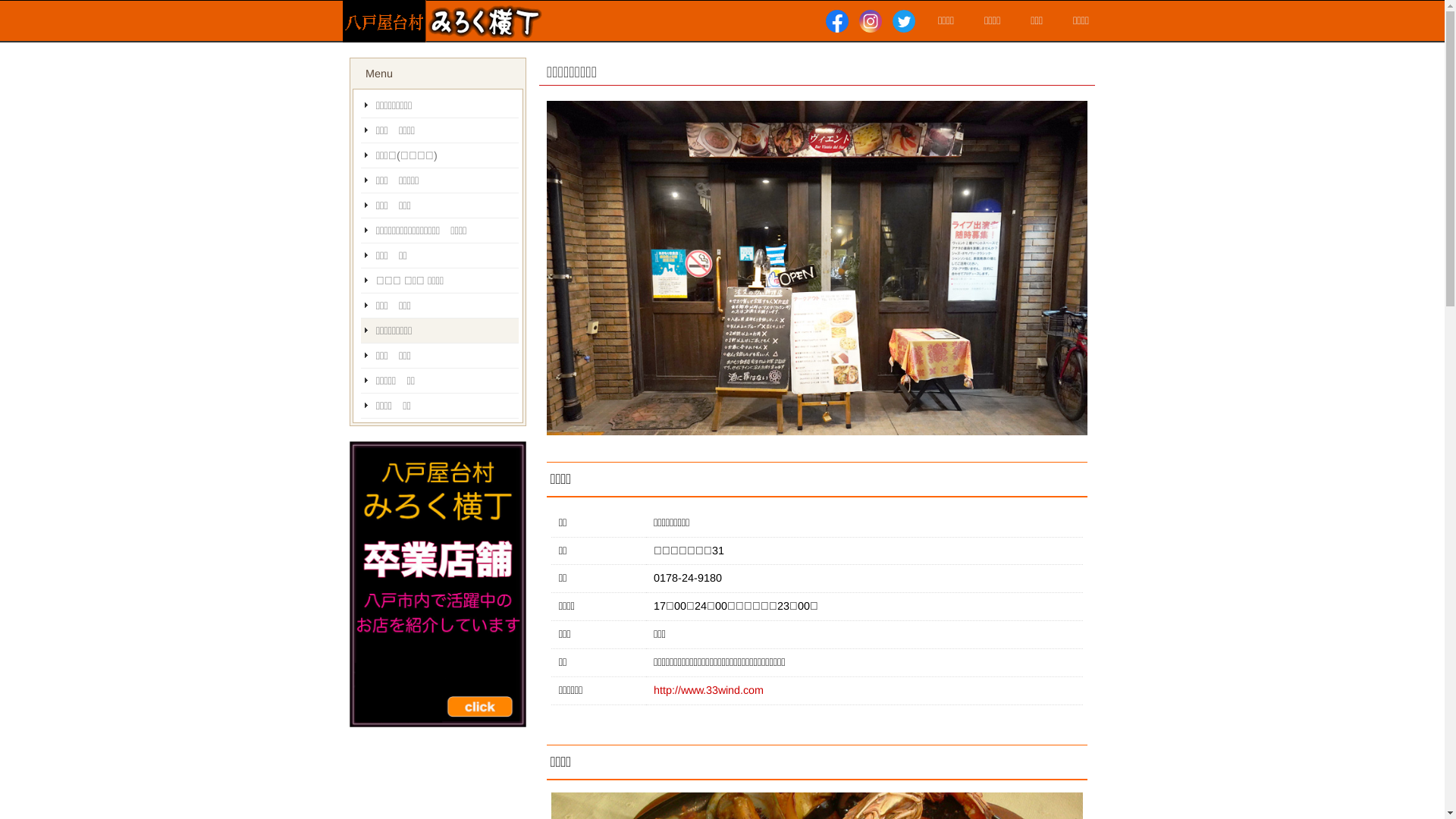 This screenshot has width=1456, height=819. Describe the element at coordinates (654, 690) in the screenshot. I see `'http://www.33wind.com'` at that location.